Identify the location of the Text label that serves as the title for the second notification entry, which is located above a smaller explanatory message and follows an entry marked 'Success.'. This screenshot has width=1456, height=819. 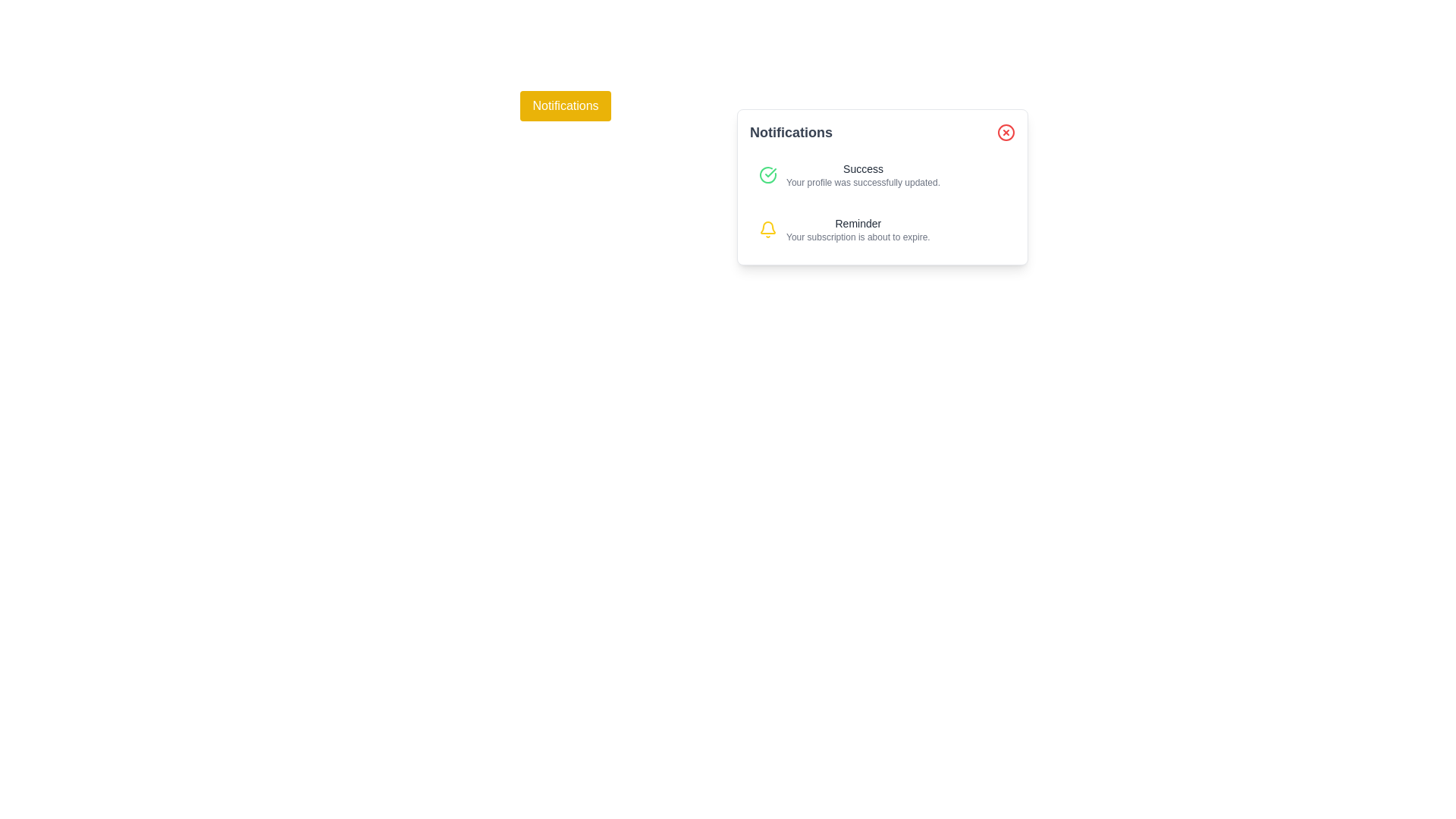
(858, 223).